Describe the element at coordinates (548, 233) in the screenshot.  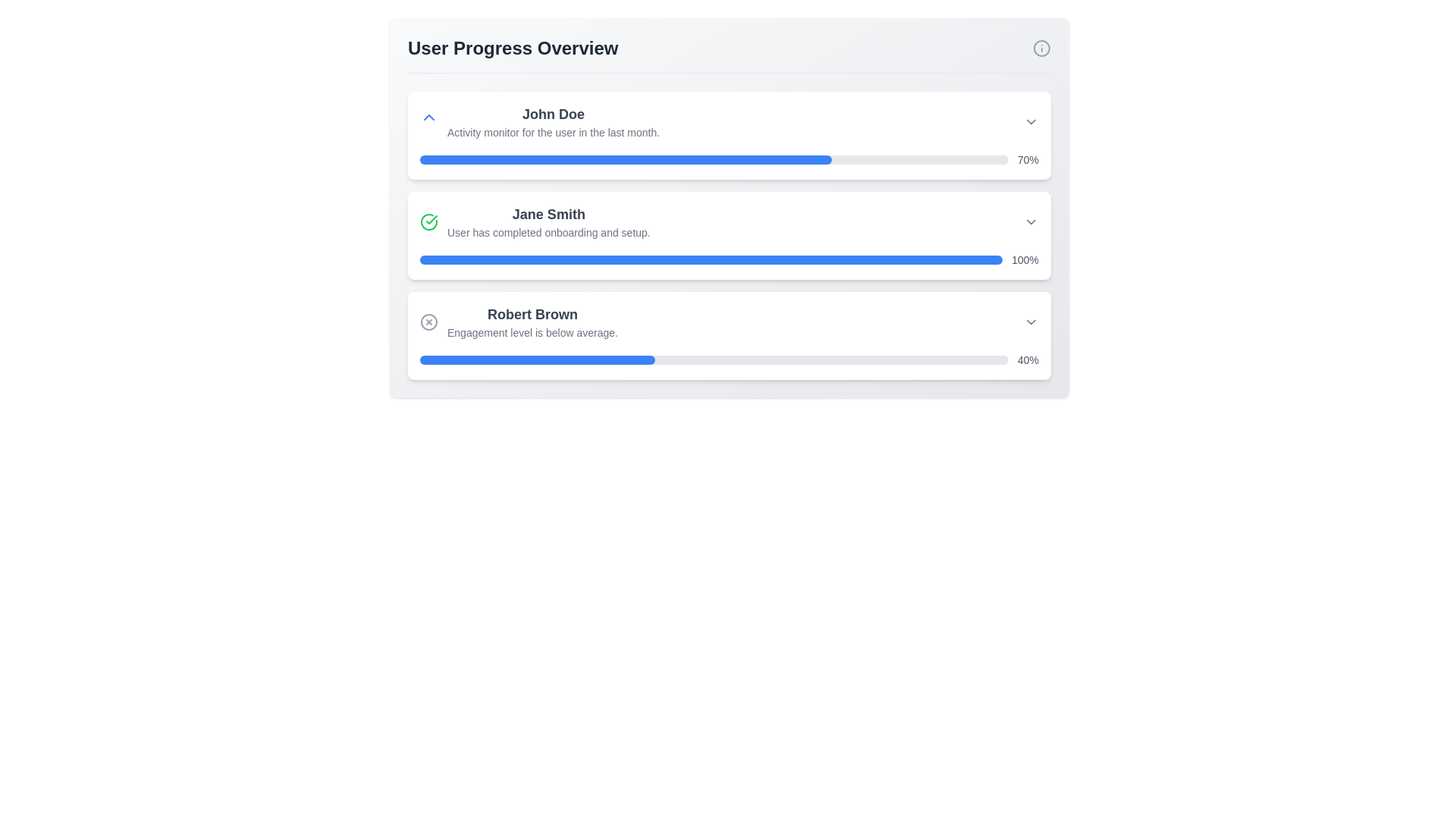
I see `the text label element that conveys the message 'User has completed onboarding and setup.', which is styled in a smaller gray font and is located directly below the name 'Jane Smith'` at that location.